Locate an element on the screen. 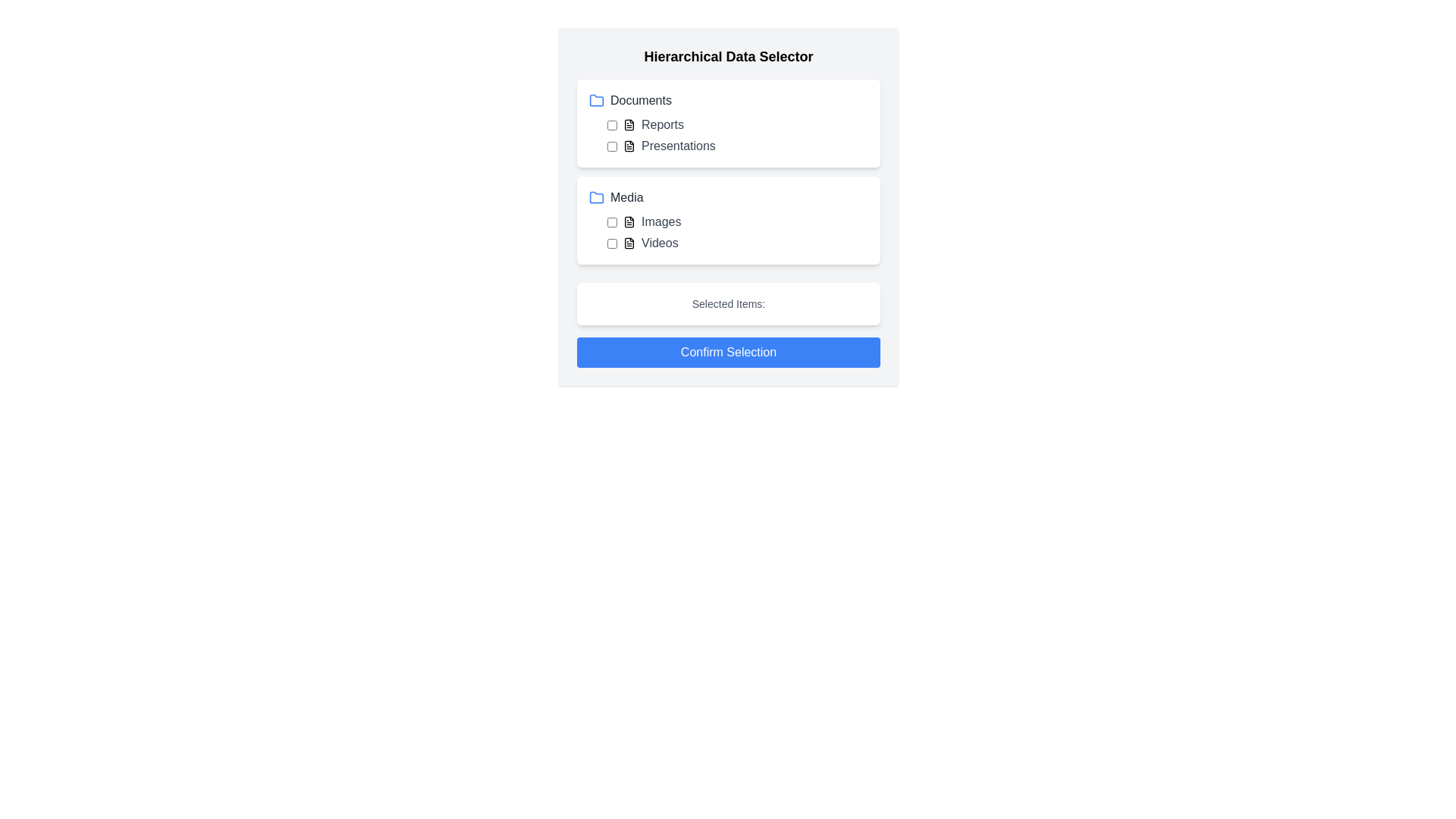 The width and height of the screenshot is (1456, 819). the 'Media' text label which represents a category in the hierarchical data selector, located below the 'Documents' section is located at coordinates (626, 197).